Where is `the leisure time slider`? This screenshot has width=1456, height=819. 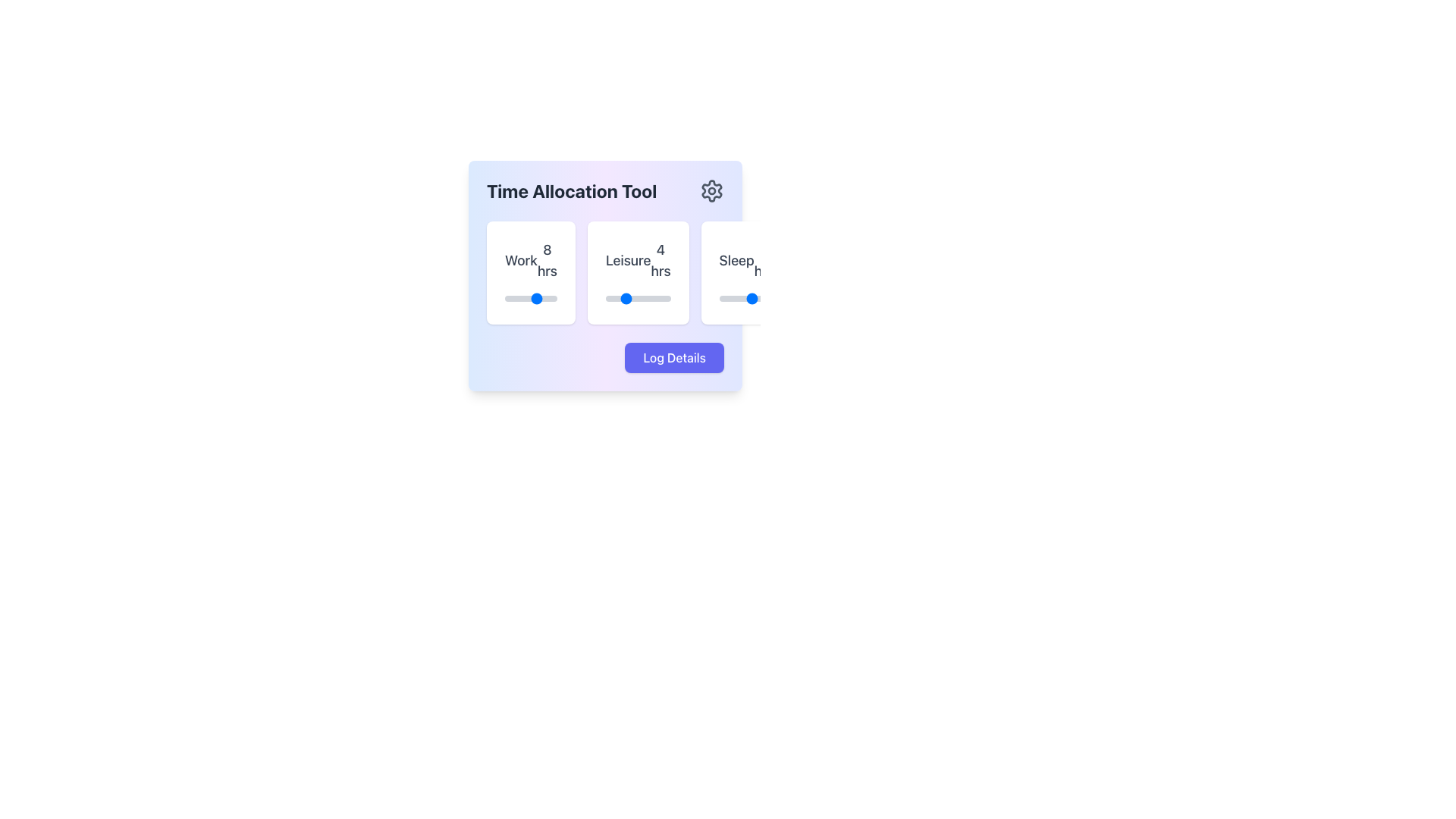 the leisure time slider is located at coordinates (635, 298).